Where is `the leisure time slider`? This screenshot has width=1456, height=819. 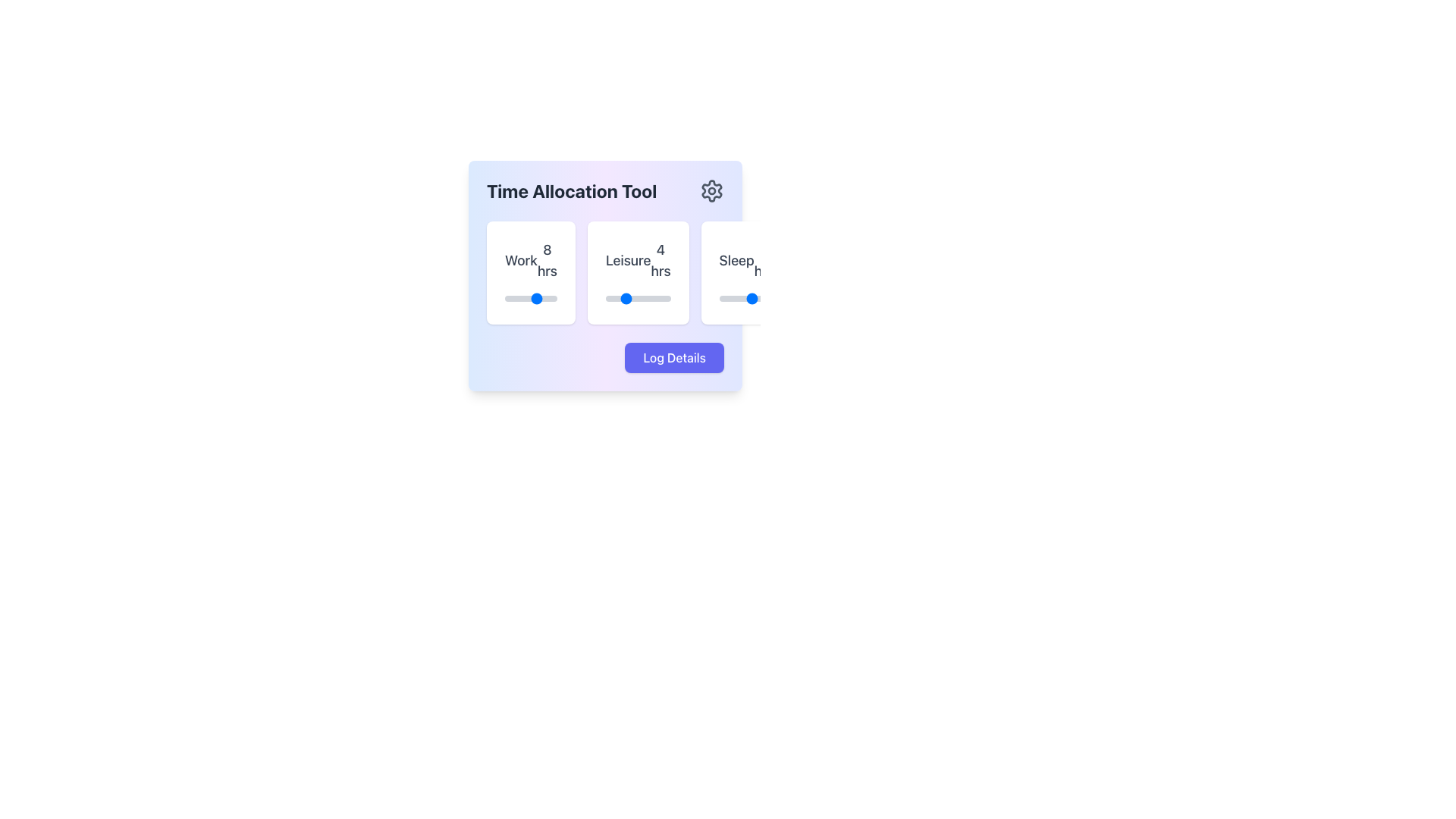 the leisure time slider is located at coordinates (635, 298).